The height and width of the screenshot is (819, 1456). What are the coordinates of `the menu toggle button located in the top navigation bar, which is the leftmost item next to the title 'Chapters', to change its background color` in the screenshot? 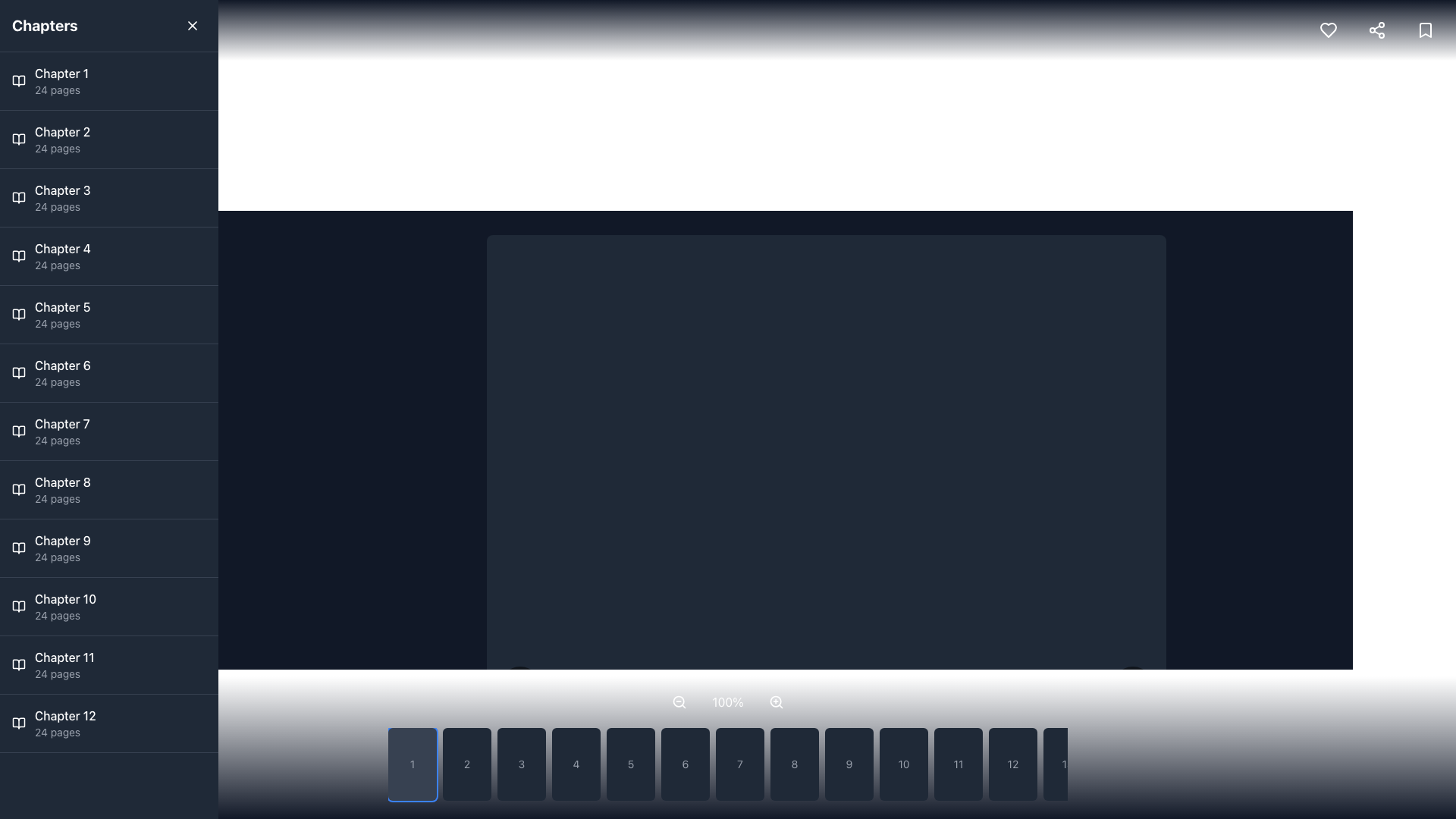 It's located at (30, 30).